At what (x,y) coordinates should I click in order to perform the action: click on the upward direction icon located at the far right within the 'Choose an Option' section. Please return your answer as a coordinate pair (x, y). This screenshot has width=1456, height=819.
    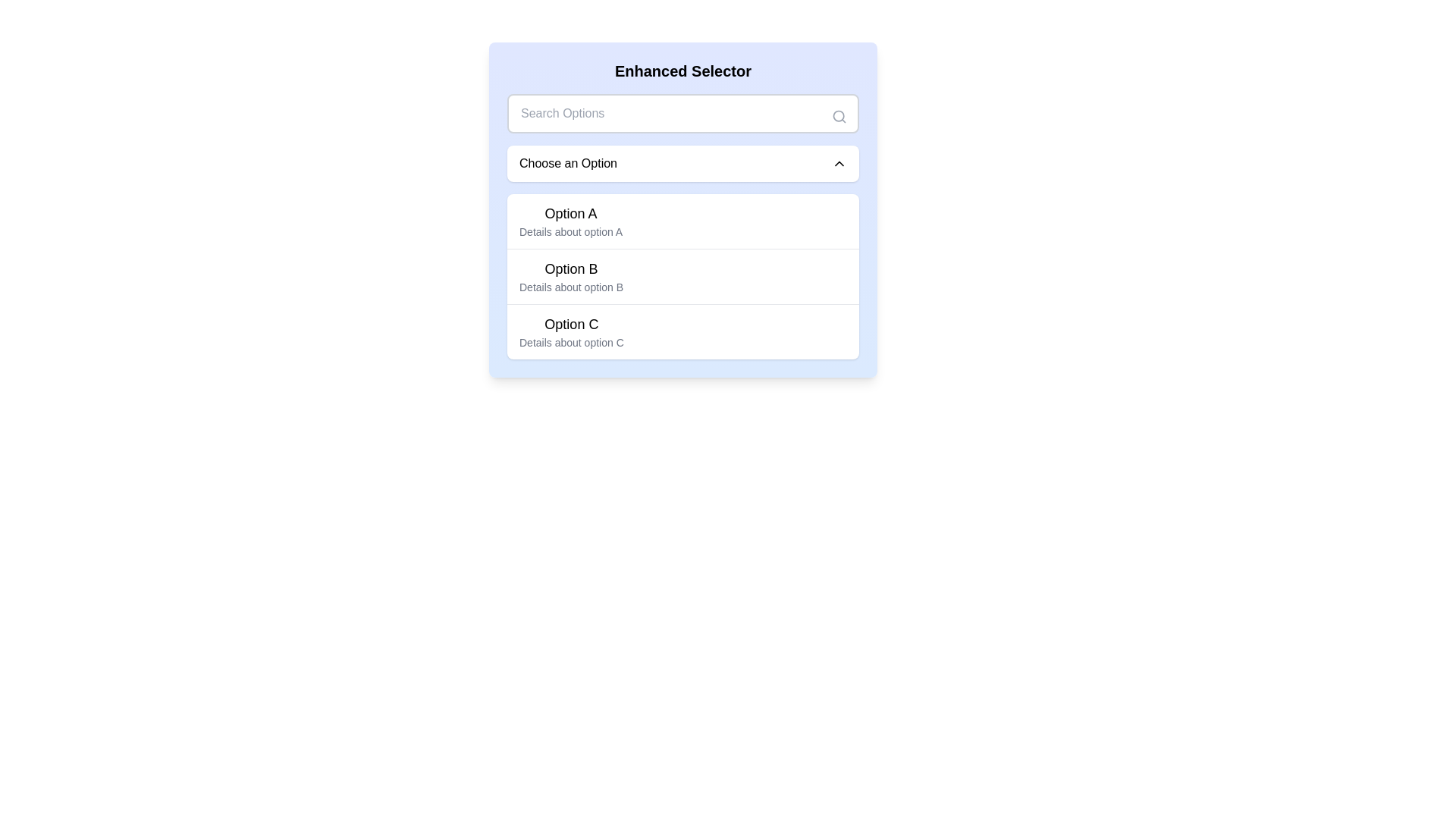
    Looking at the image, I should click on (839, 164).